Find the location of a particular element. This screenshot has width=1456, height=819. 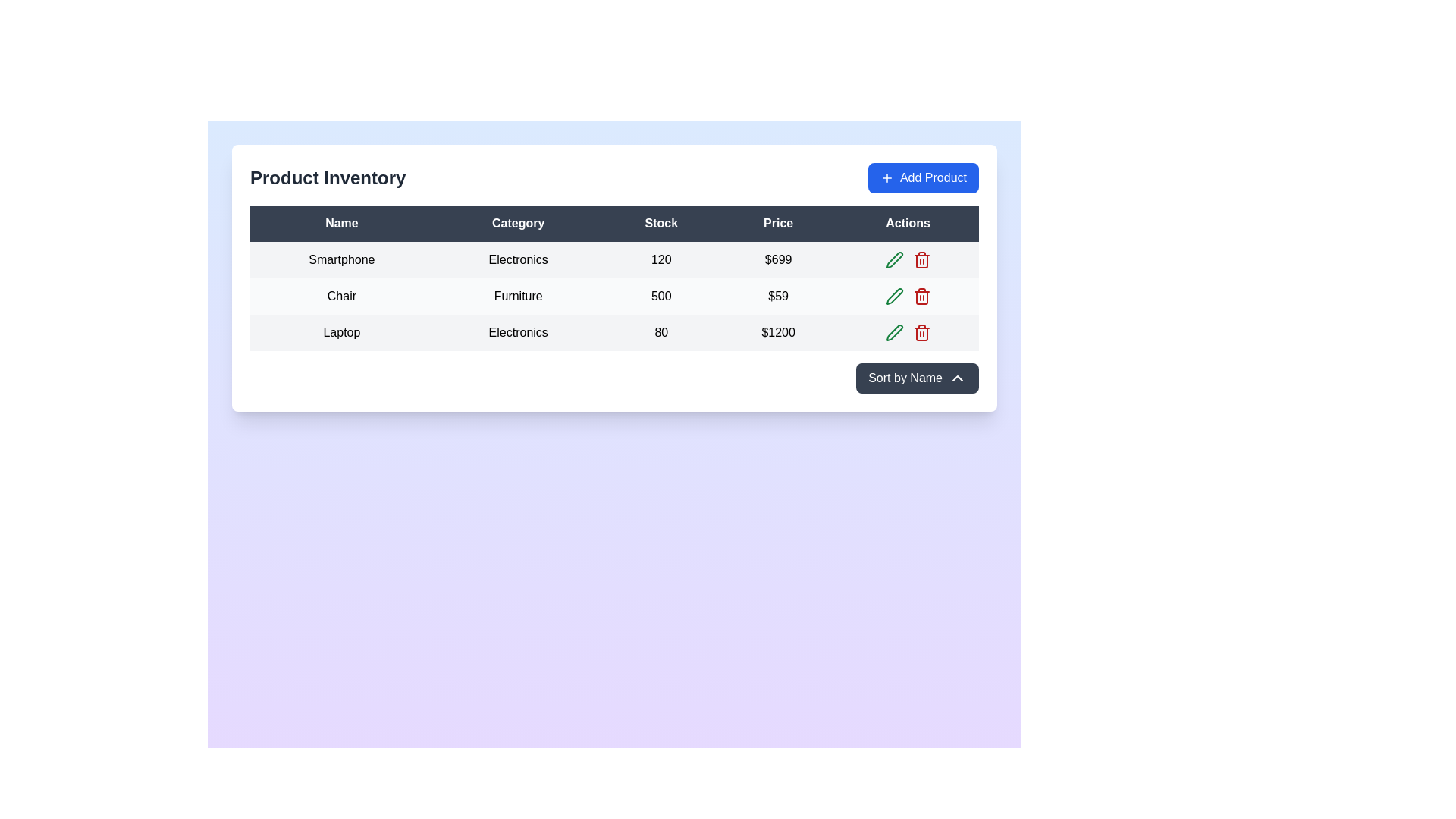

the second row of the inventory table that presents data including item name, category, stock quantity, and price for a detailed view is located at coordinates (614, 296).